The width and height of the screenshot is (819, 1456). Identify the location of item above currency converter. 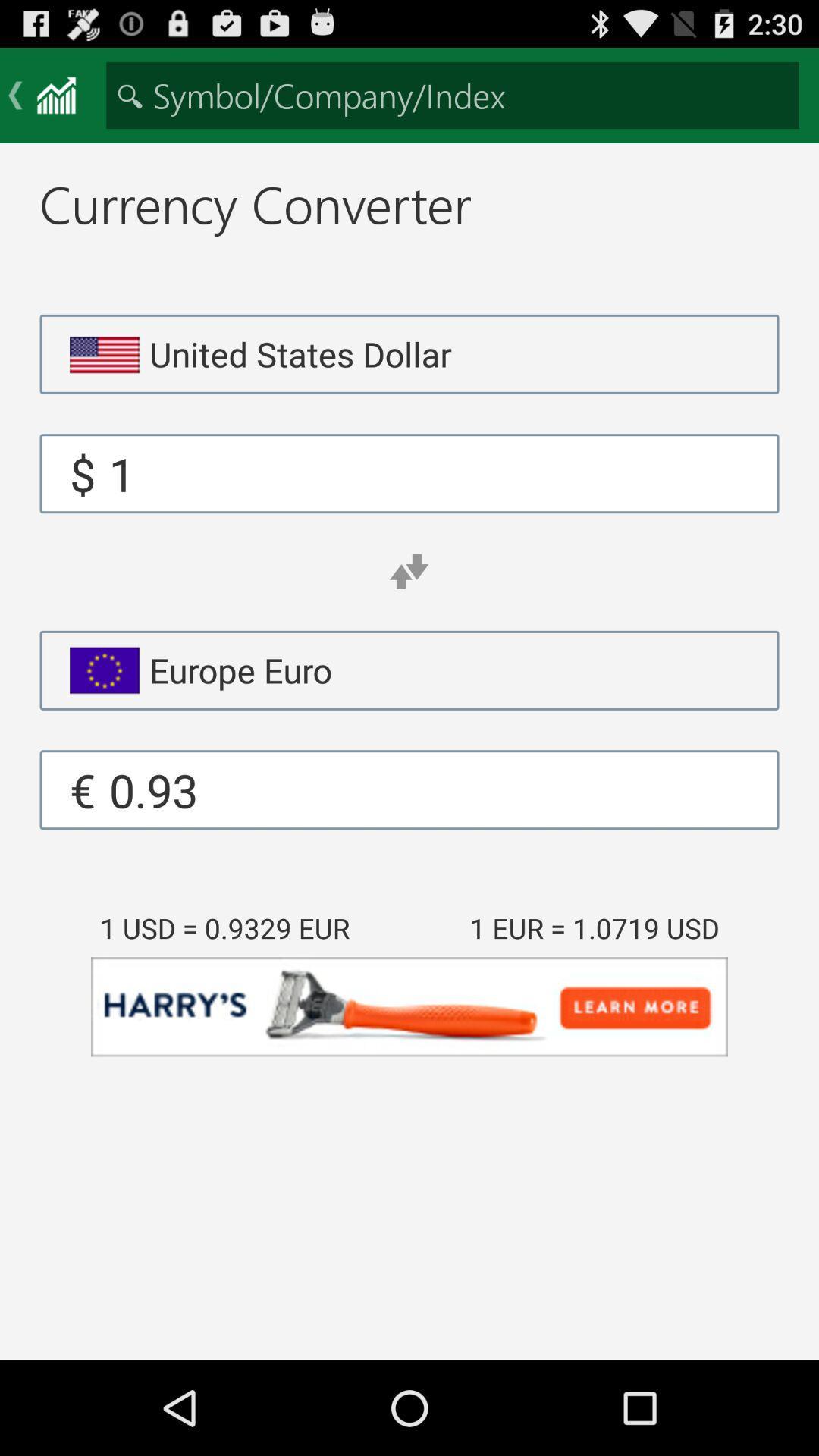
(452, 94).